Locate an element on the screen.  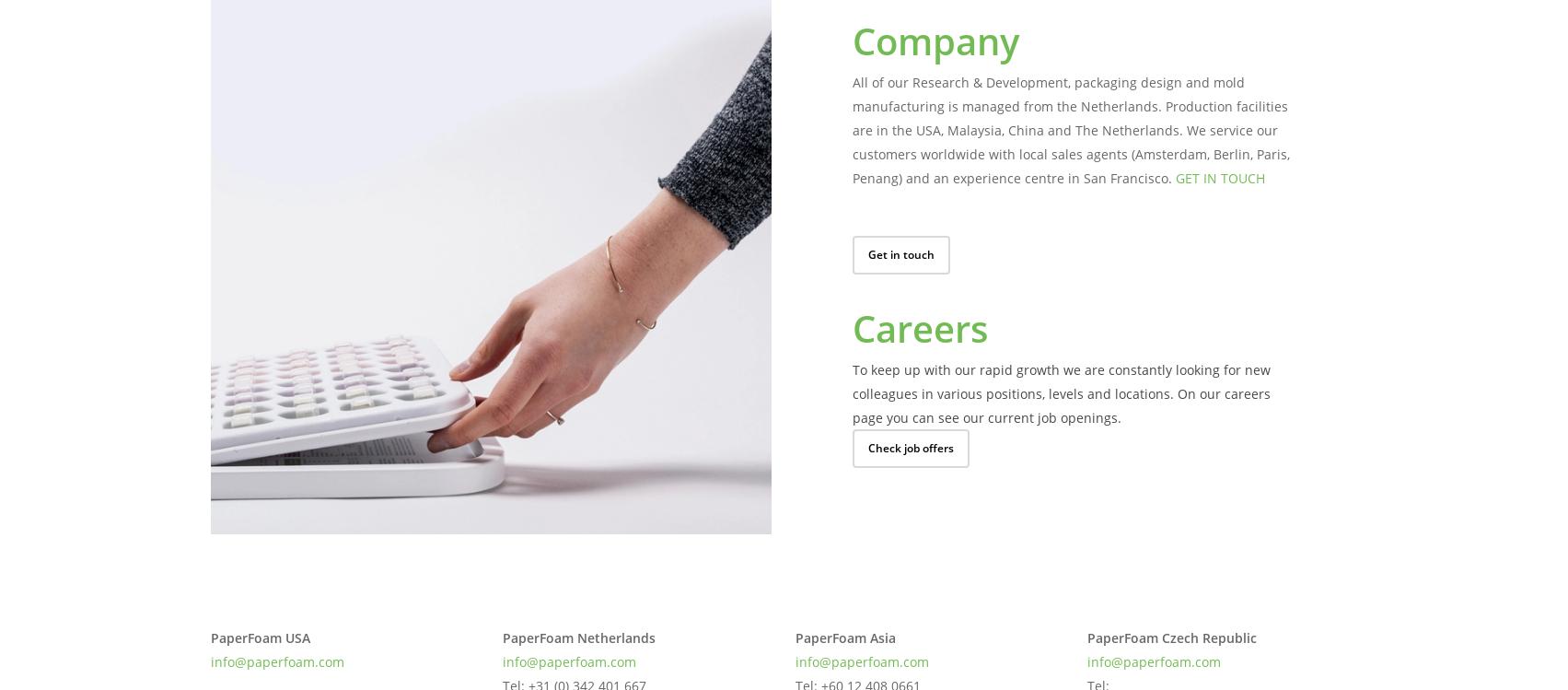
'Check job offers' is located at coordinates (909, 447).